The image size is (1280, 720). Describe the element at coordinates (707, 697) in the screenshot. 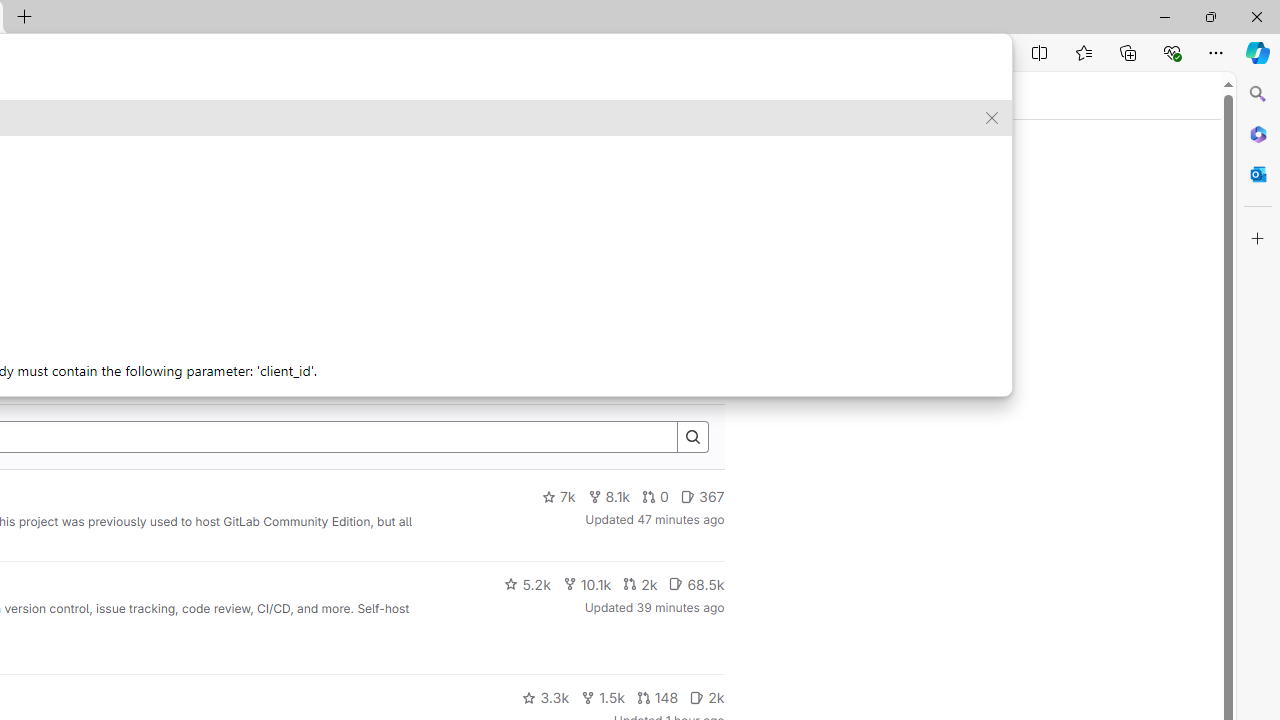

I see `'2k'` at that location.